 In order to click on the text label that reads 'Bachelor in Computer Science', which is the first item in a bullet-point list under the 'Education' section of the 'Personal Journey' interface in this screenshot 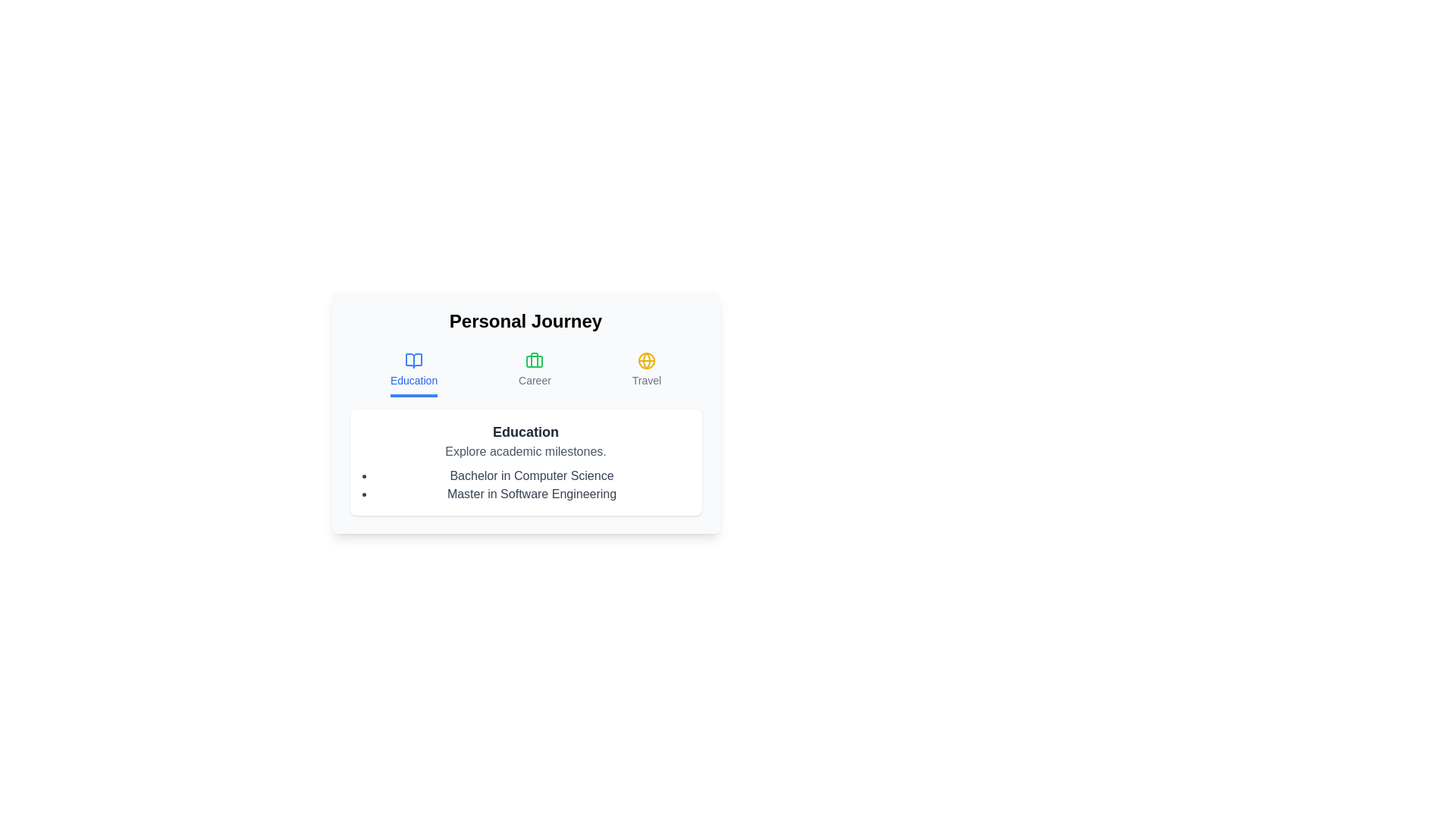, I will do `click(532, 475)`.